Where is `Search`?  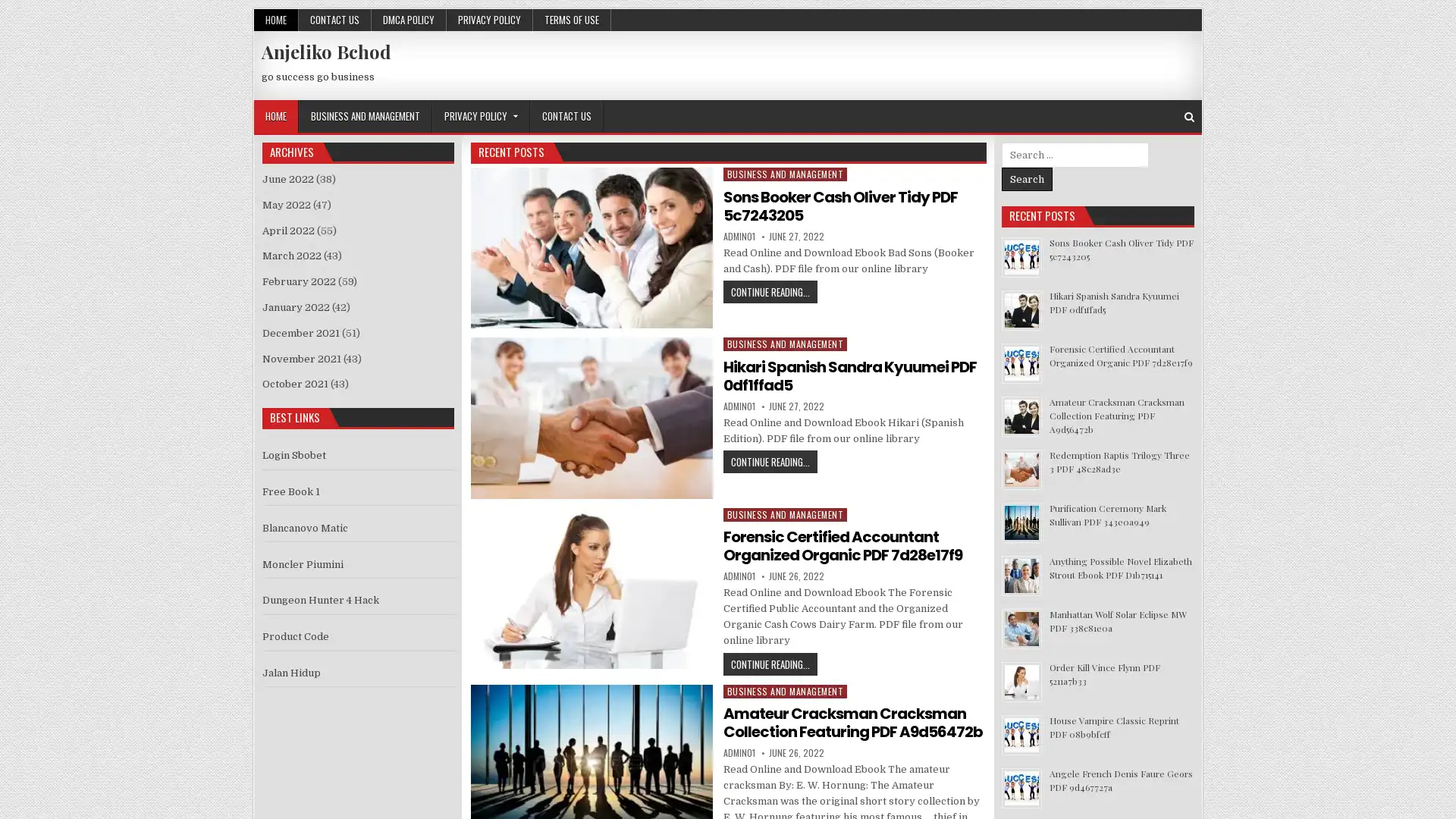 Search is located at coordinates (1027, 178).